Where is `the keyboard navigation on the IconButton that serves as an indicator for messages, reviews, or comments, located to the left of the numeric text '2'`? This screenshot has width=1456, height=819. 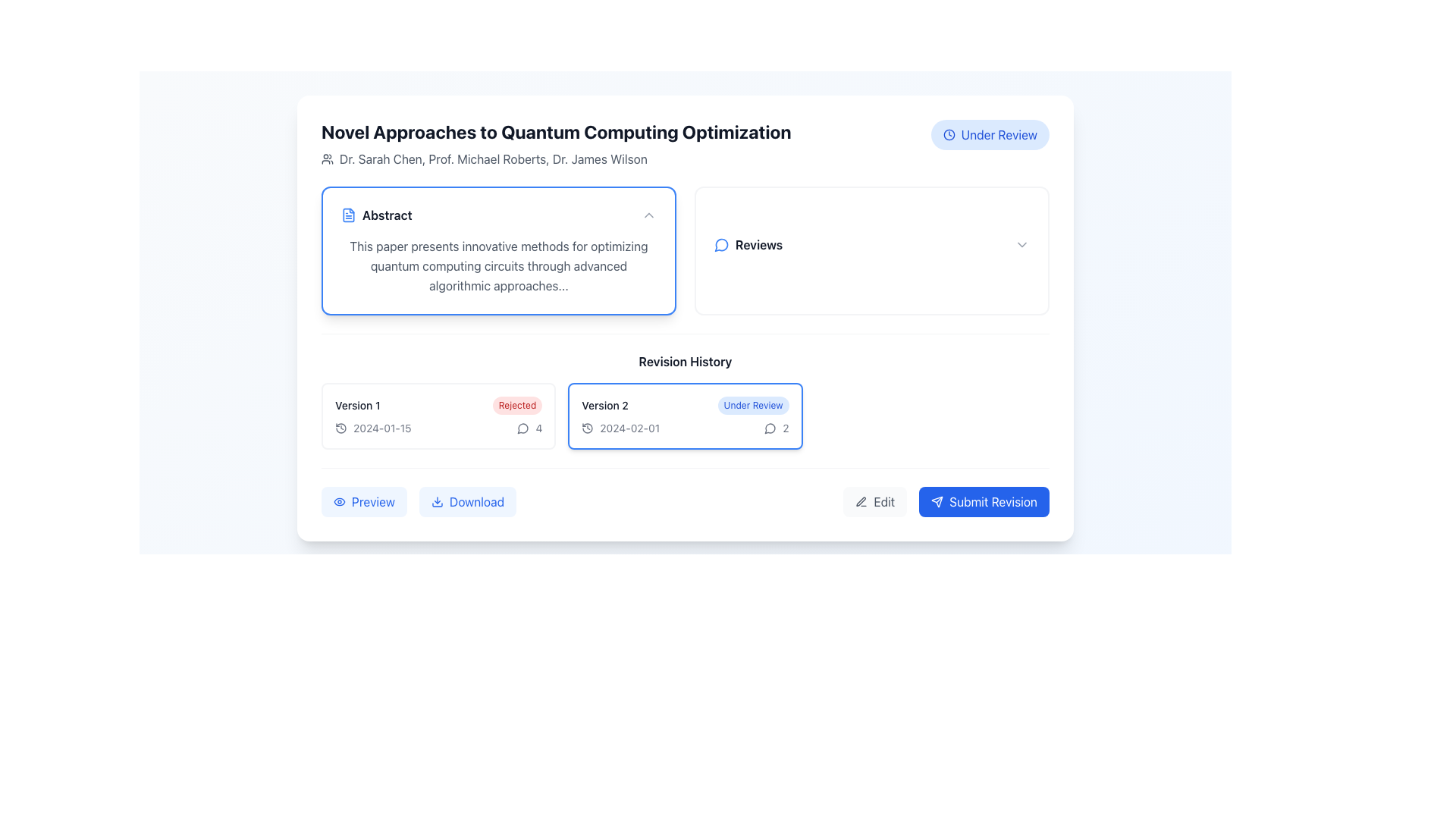 the keyboard navigation on the IconButton that serves as an indicator for messages, reviews, or comments, located to the left of the numeric text '2' is located at coordinates (770, 428).